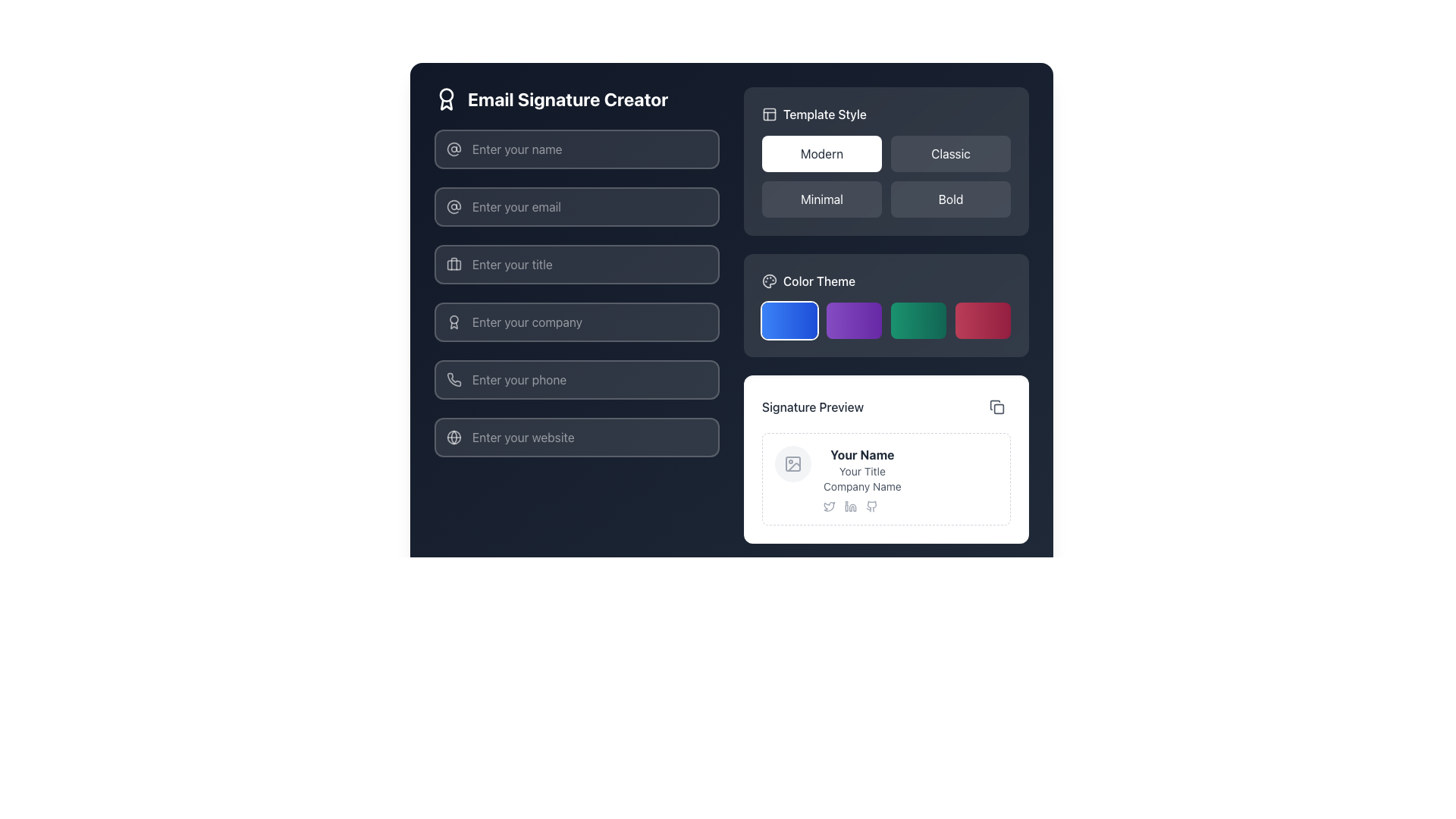 This screenshot has height=819, width=1456. I want to click on the descriptive text label displaying '3-20 characters long', which is located to the right of the amber warning icon and aligns with the 'Enter your website' input field at the bottom of the form, so click(712, 449).